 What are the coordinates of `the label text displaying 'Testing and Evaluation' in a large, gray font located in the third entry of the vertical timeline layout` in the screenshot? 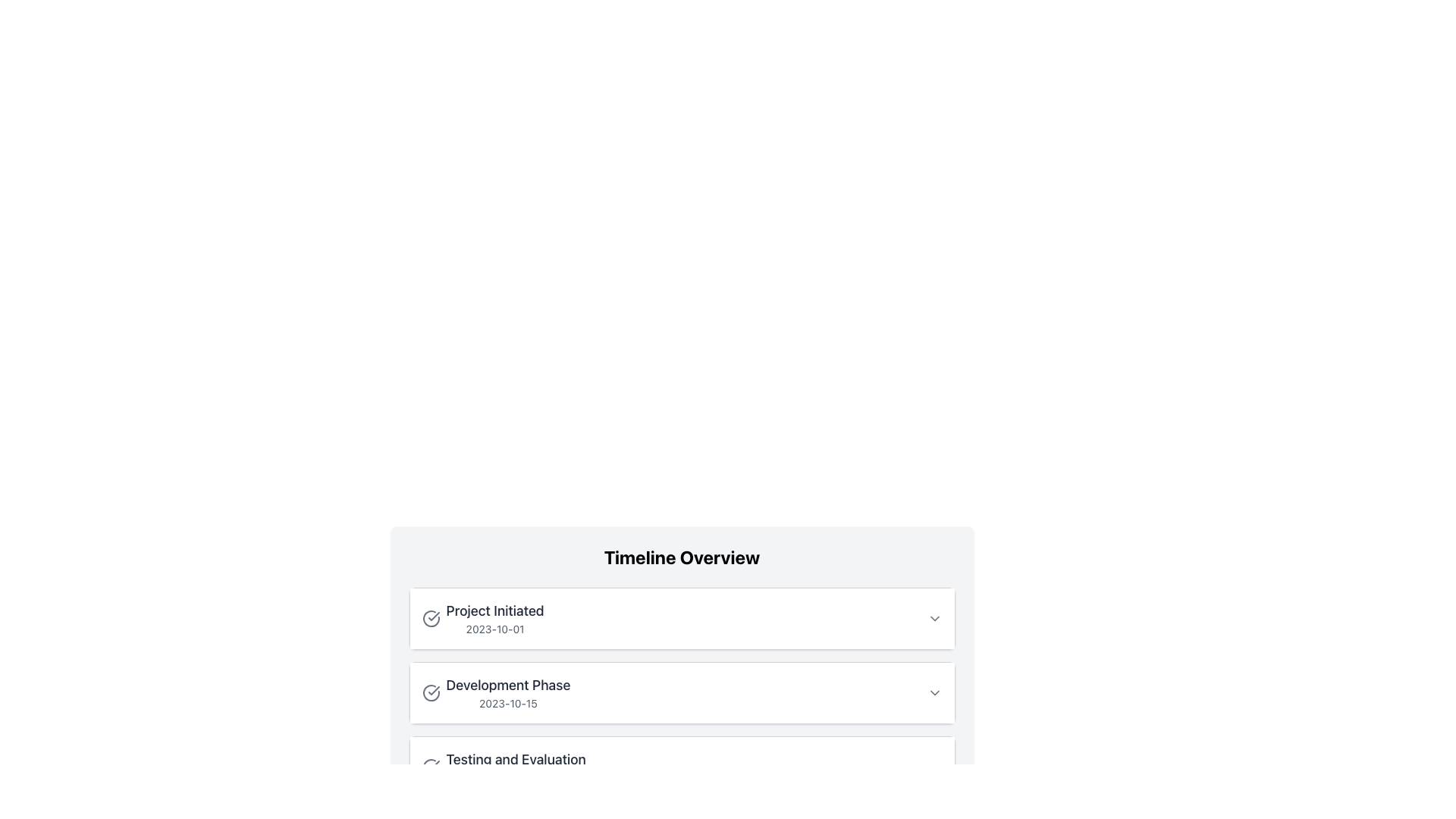 It's located at (516, 760).